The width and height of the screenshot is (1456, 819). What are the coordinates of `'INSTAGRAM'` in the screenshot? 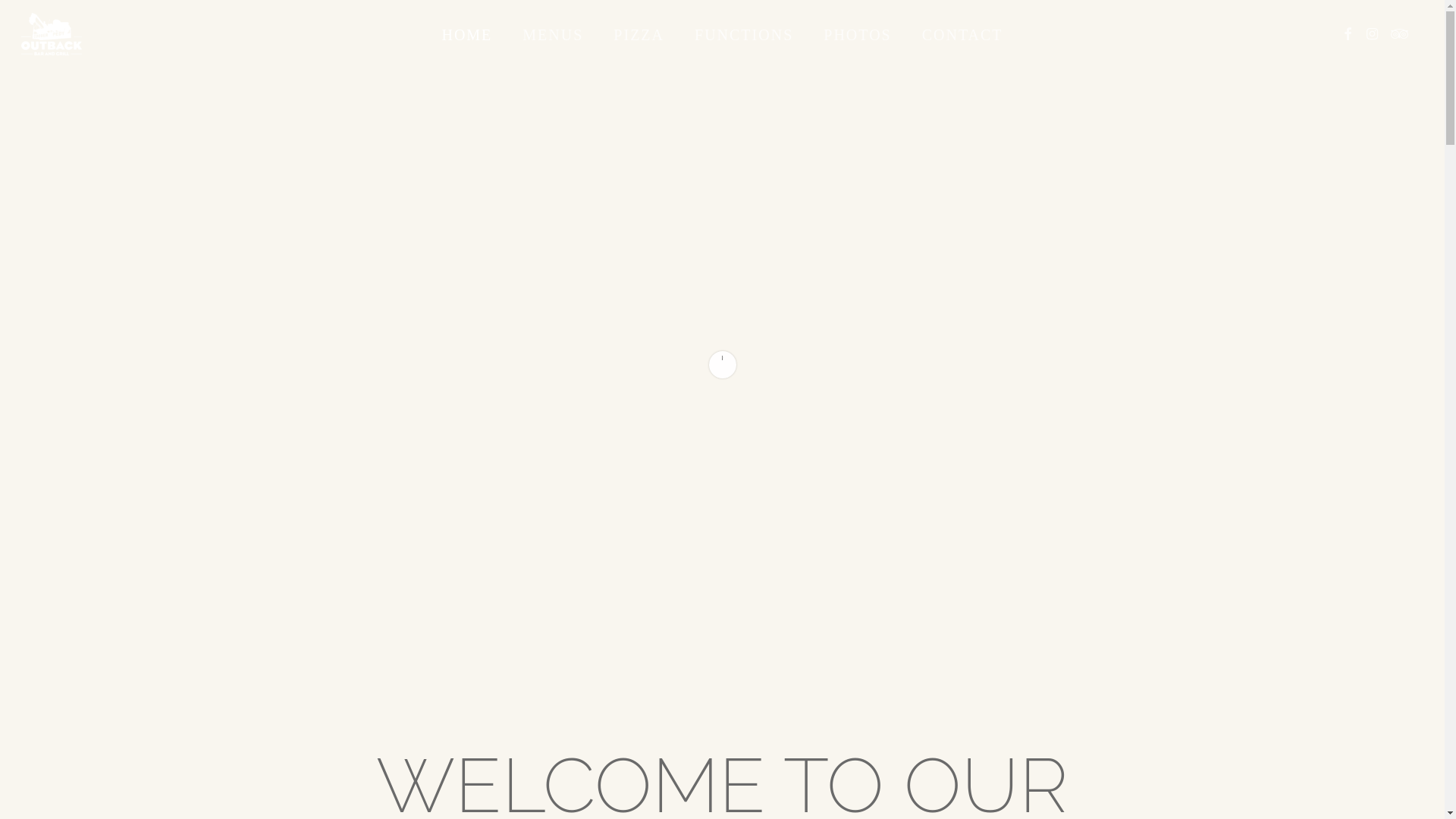 It's located at (1372, 34).